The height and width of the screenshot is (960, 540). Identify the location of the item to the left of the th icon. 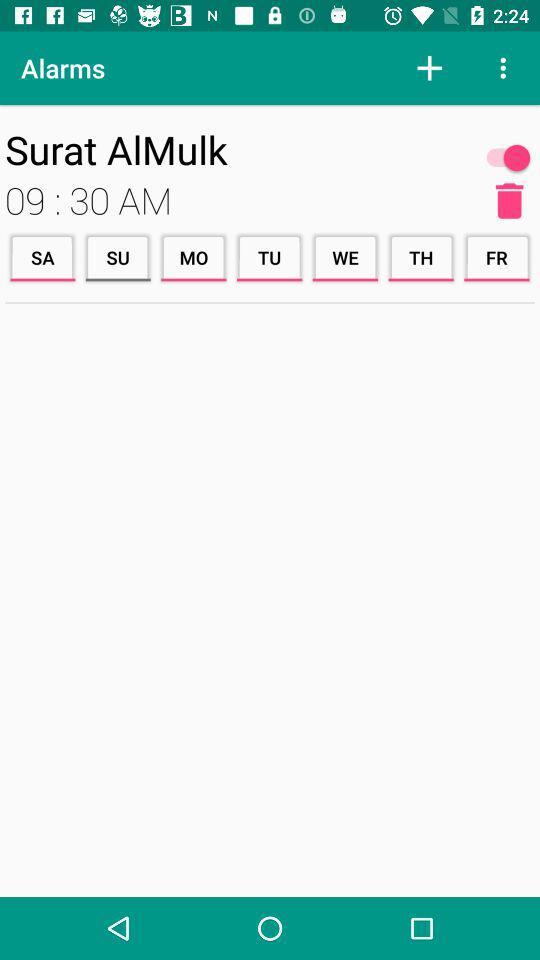
(344, 256).